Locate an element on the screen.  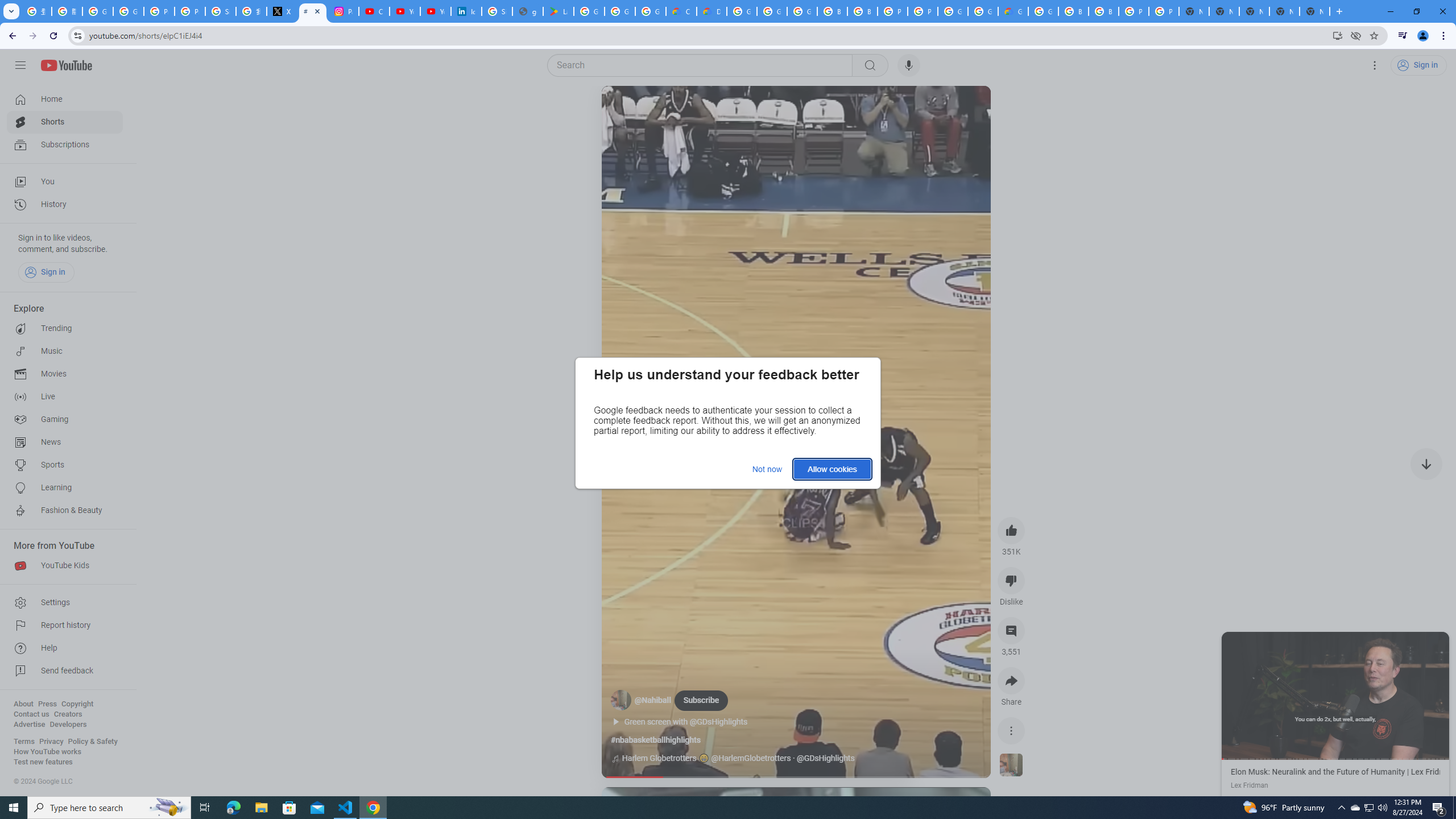
'Install YouTube' is located at coordinates (1337, 35).